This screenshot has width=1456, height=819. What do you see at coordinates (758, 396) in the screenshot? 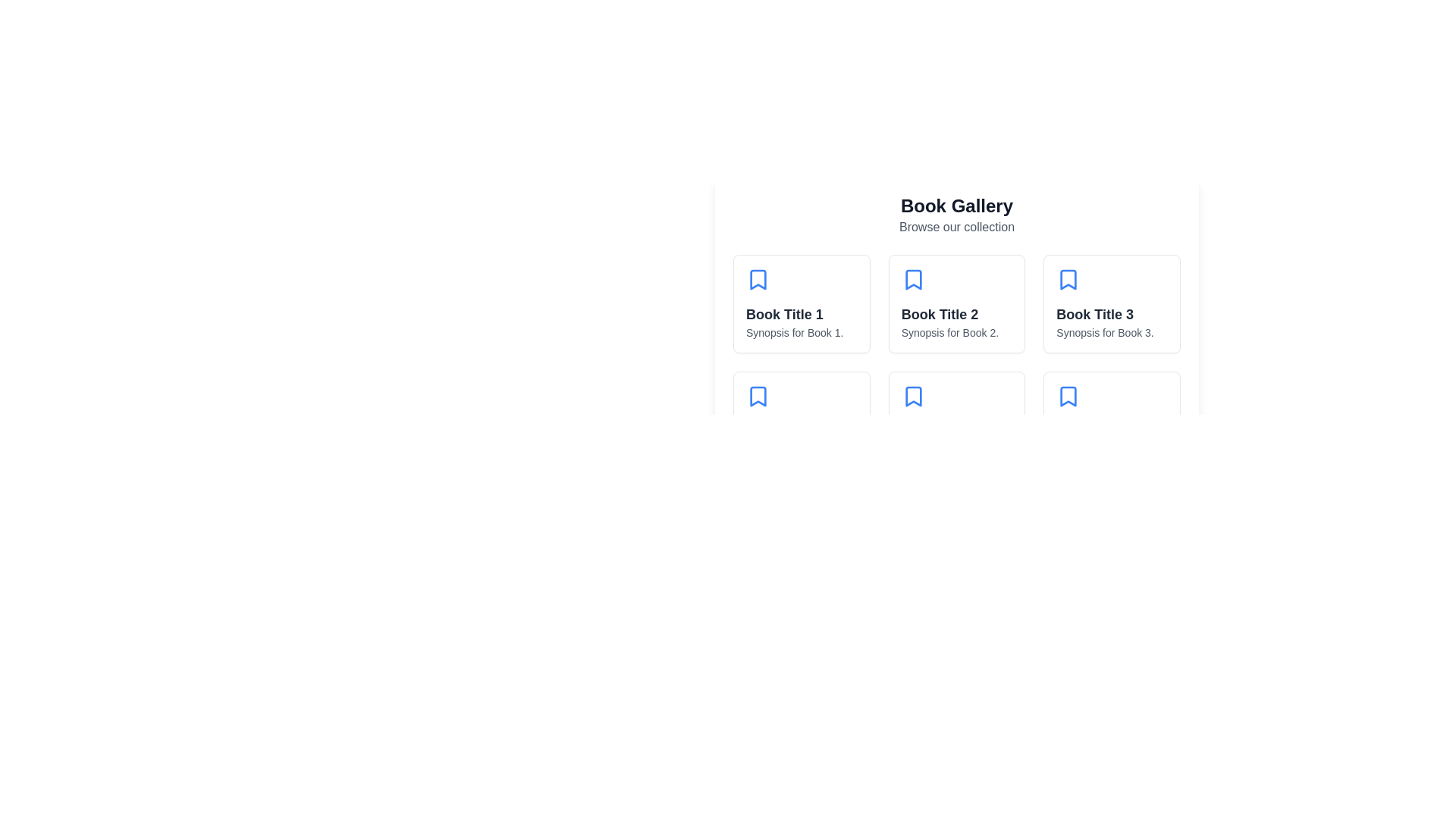
I see `the Bookmark icon located in the center of the grid cell below 'Book Title 1'` at bounding box center [758, 396].